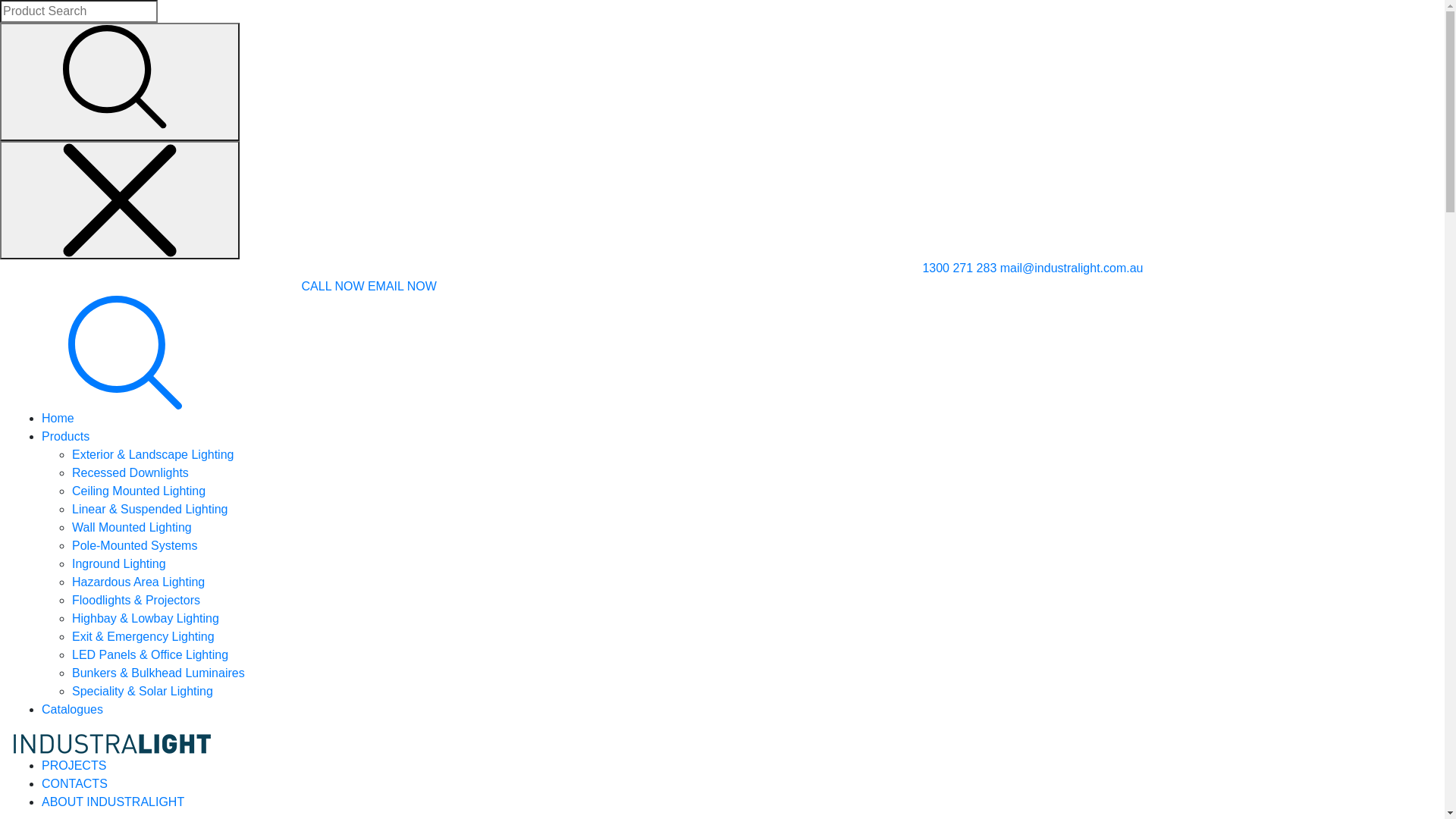 This screenshot has height=819, width=1456. Describe the element at coordinates (64, 436) in the screenshot. I see `'Products'` at that location.